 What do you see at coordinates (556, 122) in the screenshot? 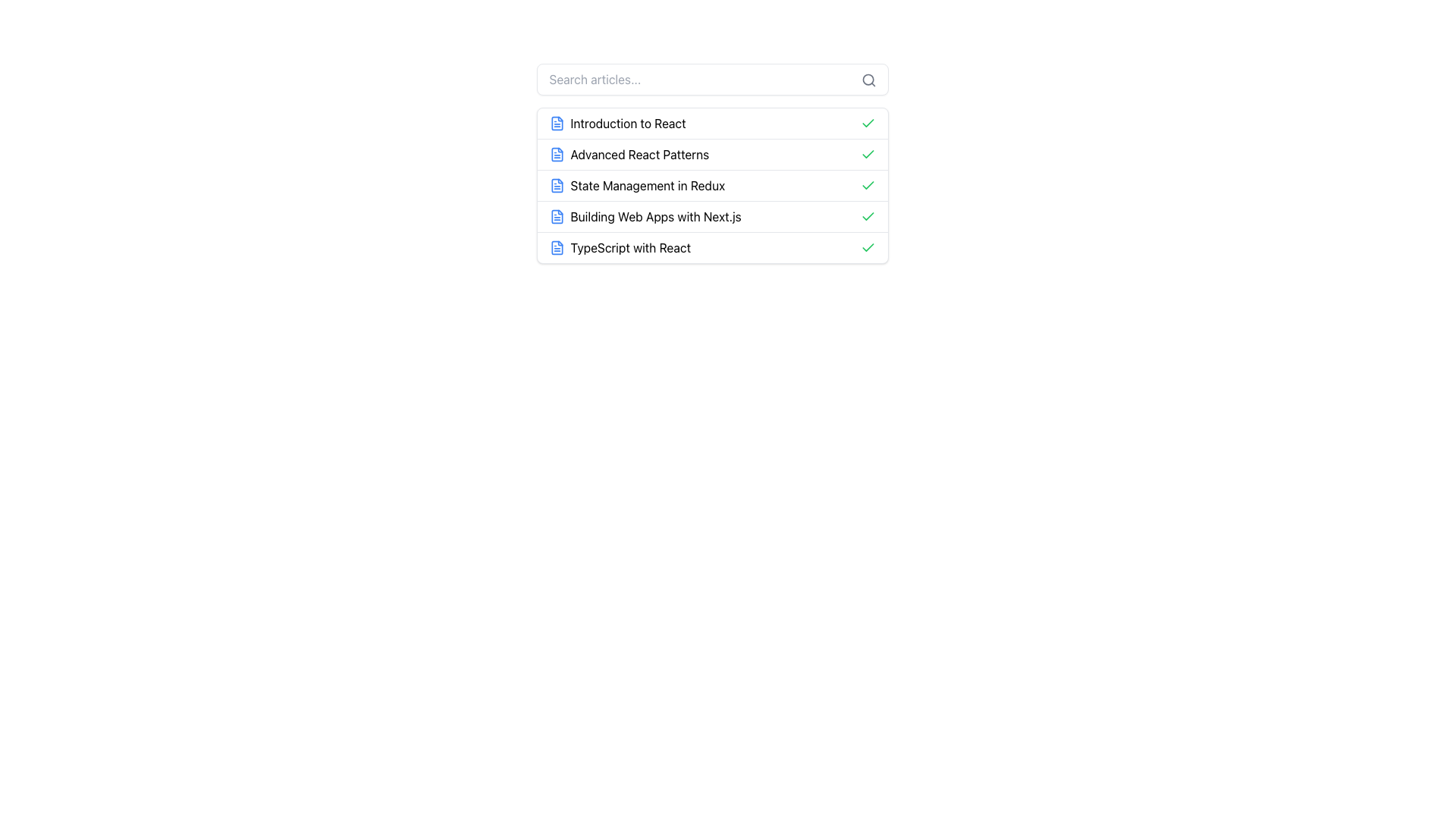
I see `the icon associated with the 'Introduction to React' document entry` at bounding box center [556, 122].